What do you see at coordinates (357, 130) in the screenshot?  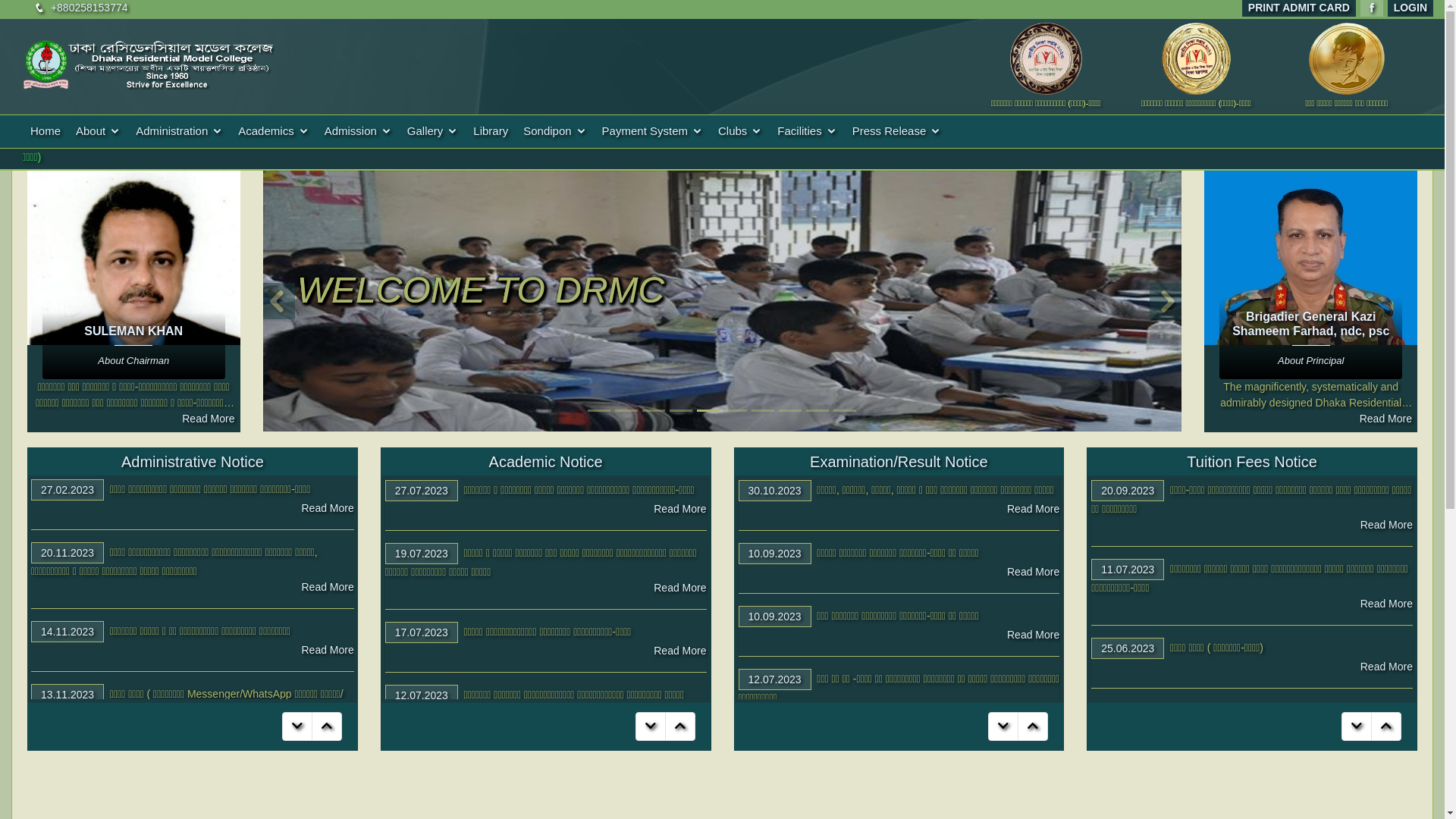 I see `'Admission'` at bounding box center [357, 130].